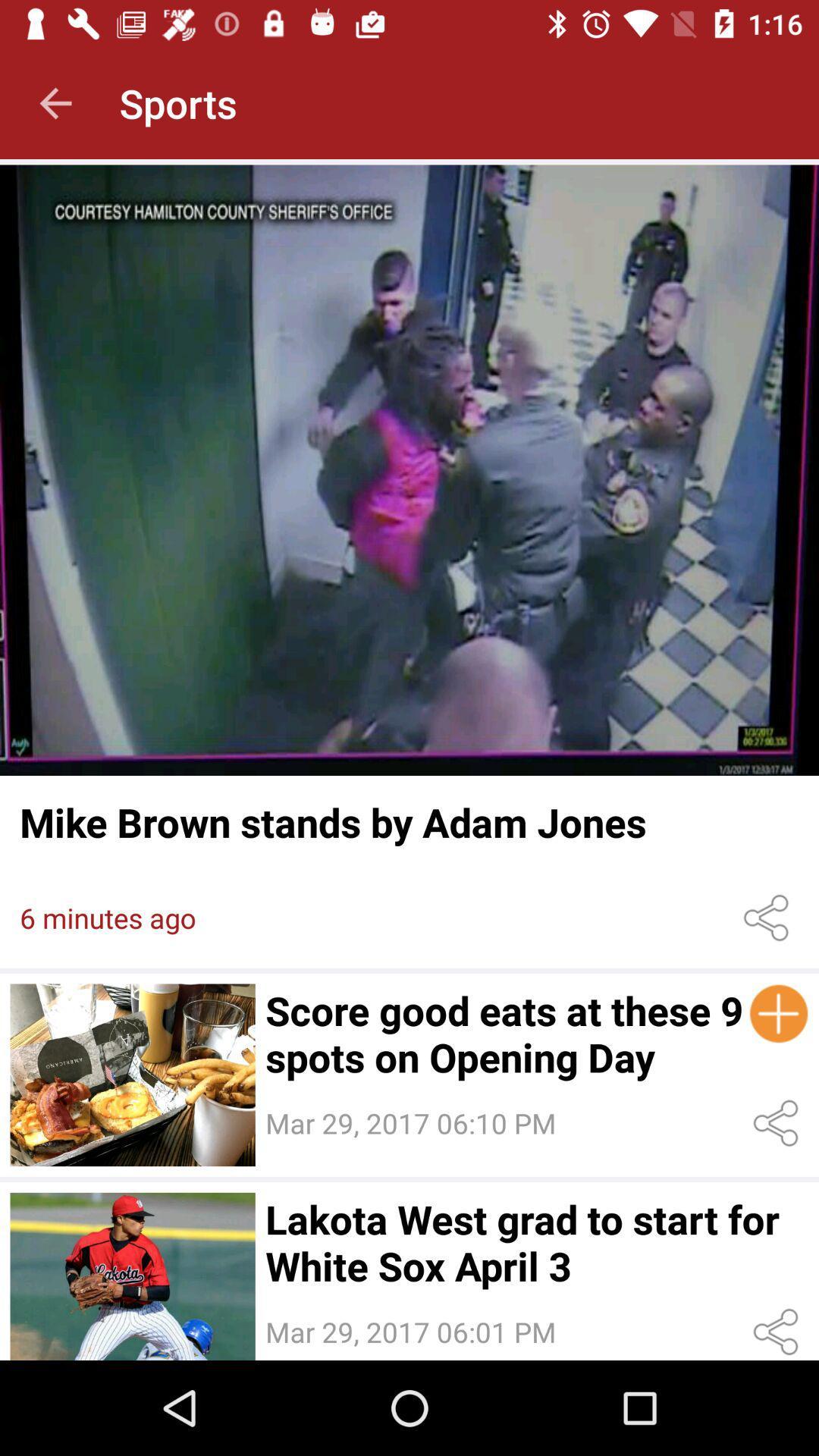  I want to click on opens this story, so click(132, 1276).